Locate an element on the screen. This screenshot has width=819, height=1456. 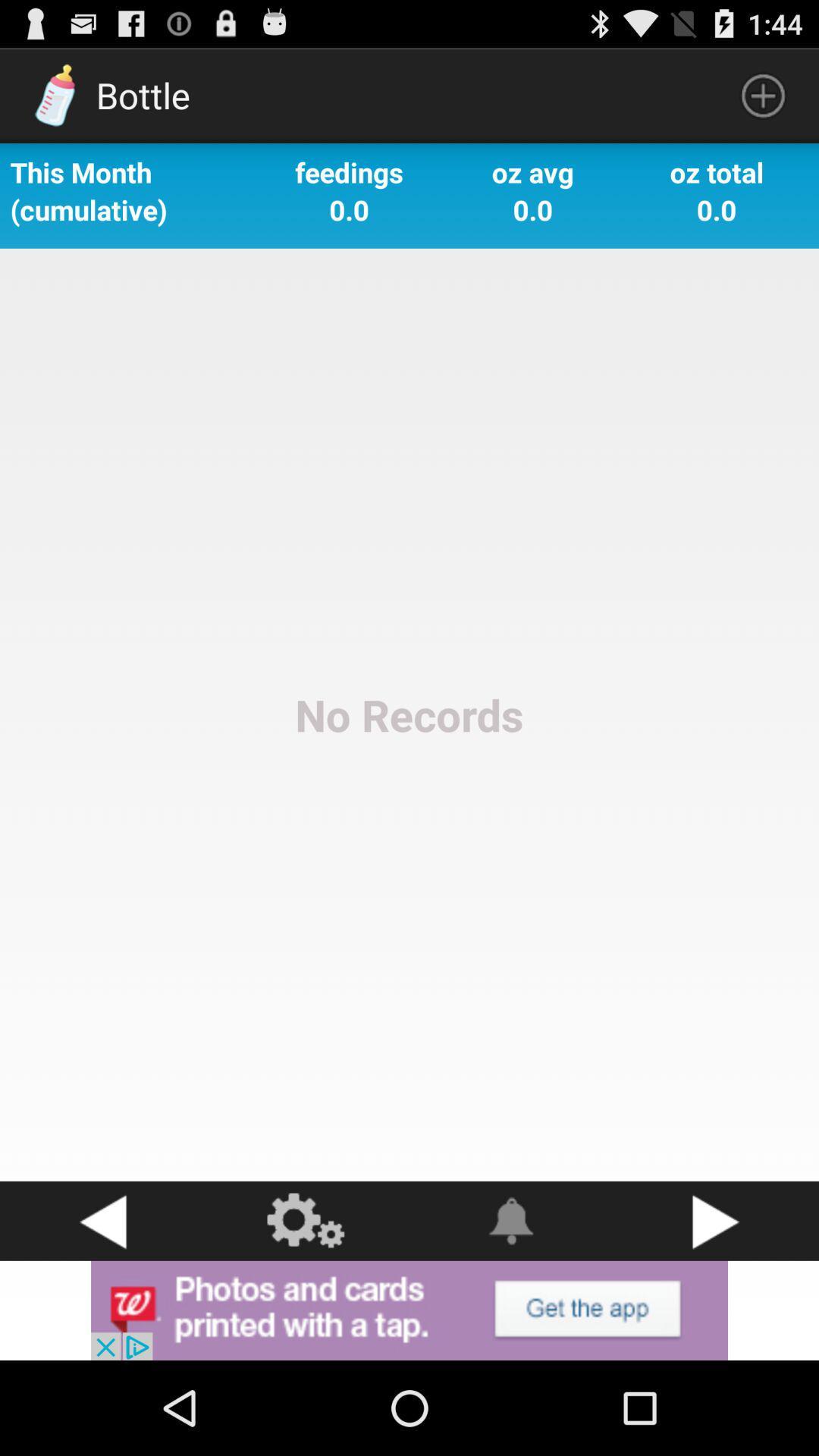
back is located at coordinates (102, 1221).